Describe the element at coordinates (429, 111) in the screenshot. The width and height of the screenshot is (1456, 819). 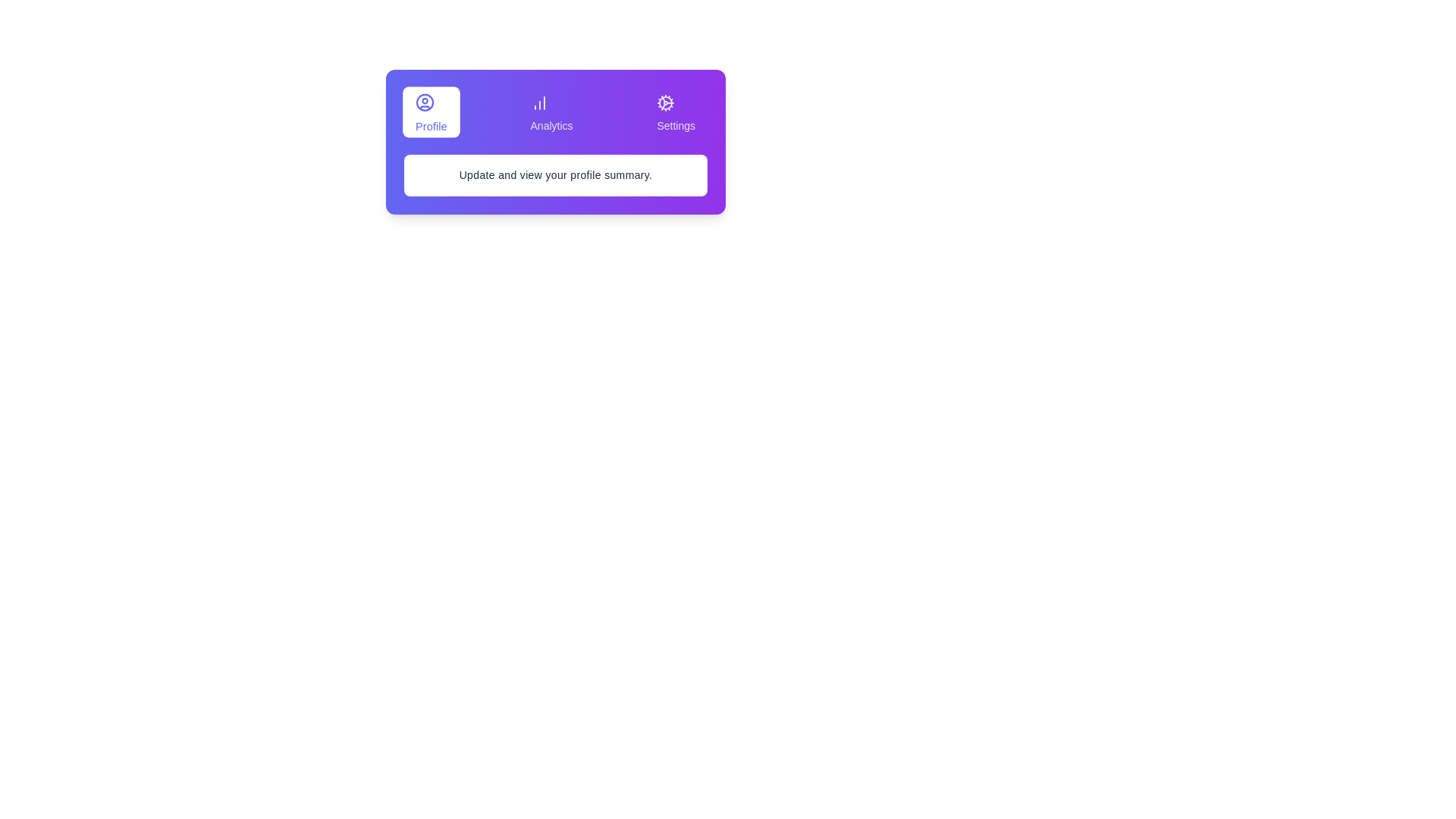
I see `the Profile tab to display its content` at that location.